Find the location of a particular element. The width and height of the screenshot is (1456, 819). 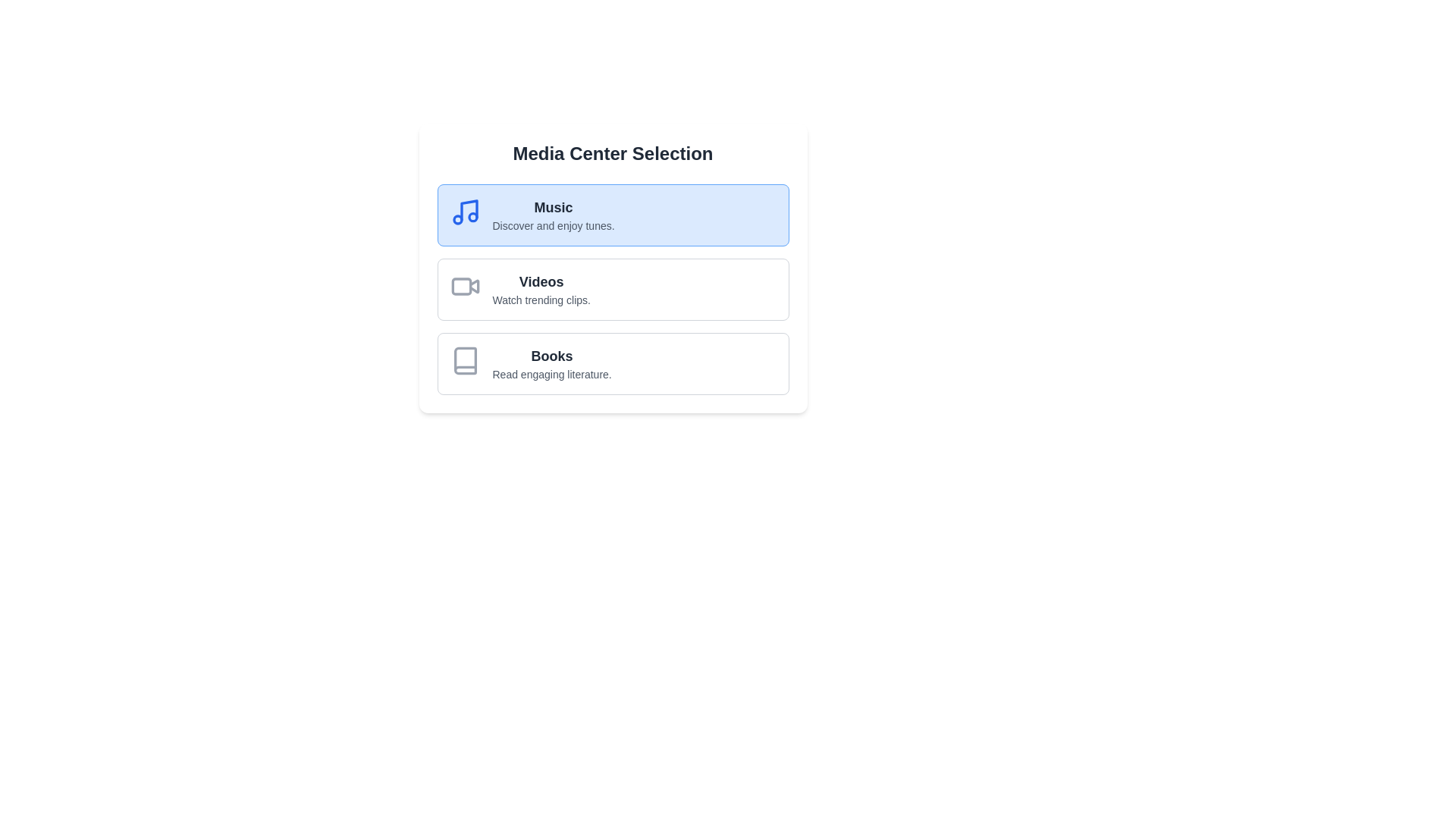

the artistic detail of the 'Music' theme icon located in the leftmost position of the 'Music' section's title is located at coordinates (468, 210).